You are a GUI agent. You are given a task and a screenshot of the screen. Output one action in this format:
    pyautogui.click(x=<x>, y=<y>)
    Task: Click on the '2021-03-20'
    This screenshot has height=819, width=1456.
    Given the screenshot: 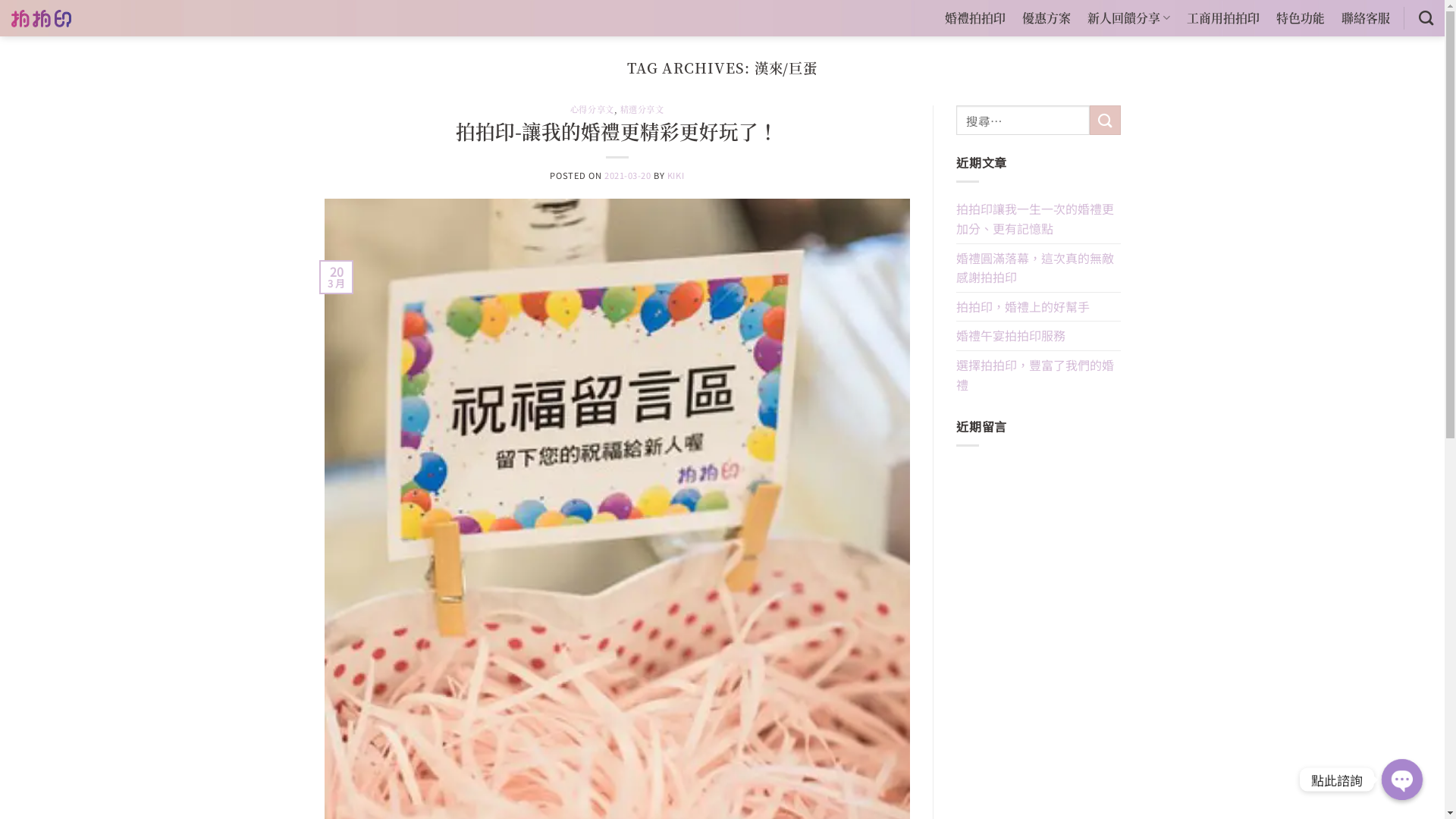 What is the action you would take?
    pyautogui.click(x=628, y=174)
    